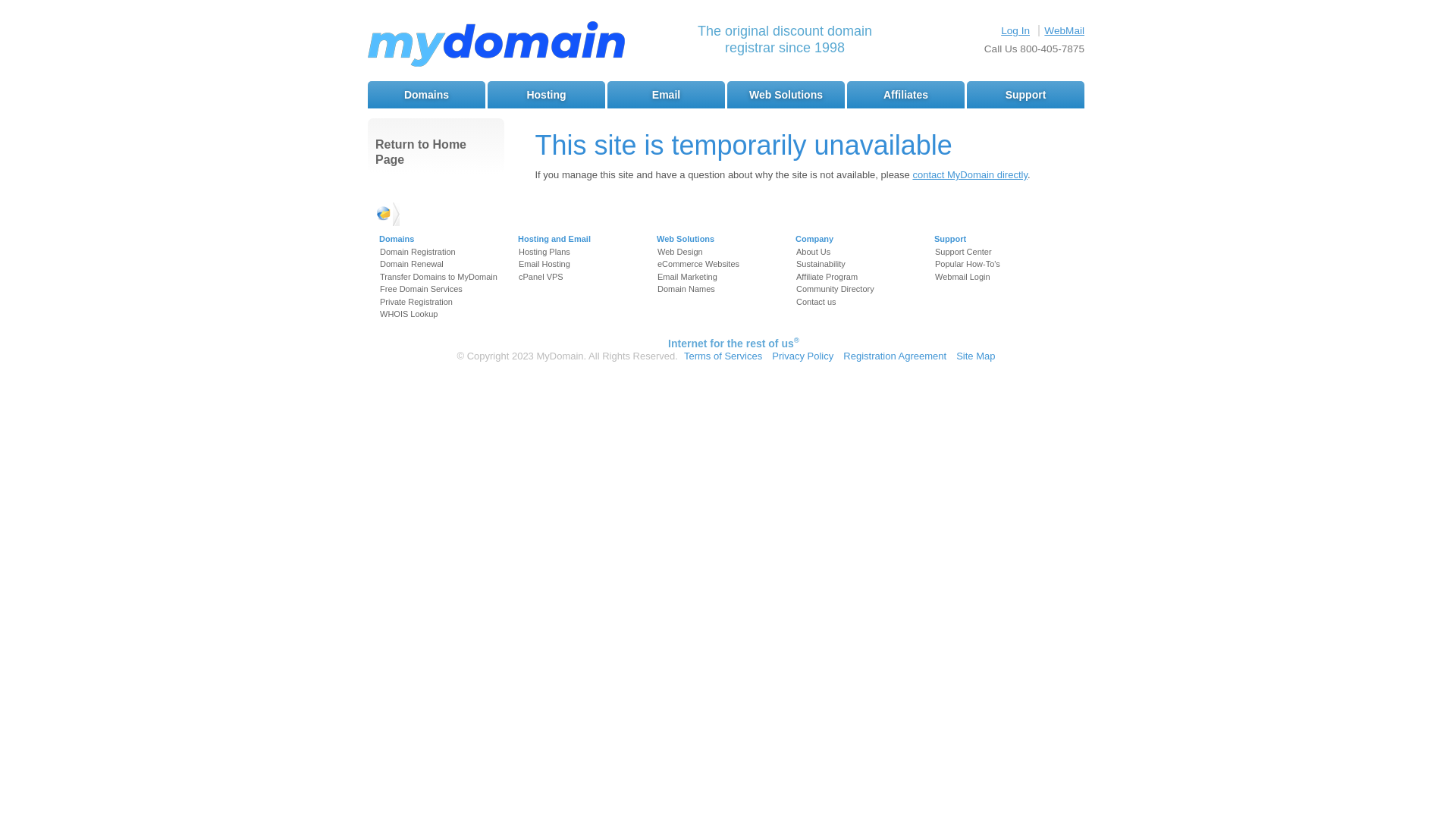 The height and width of the screenshot is (819, 1456). Describe the element at coordinates (496, 45) in the screenshot. I see `'MyDomain'` at that location.